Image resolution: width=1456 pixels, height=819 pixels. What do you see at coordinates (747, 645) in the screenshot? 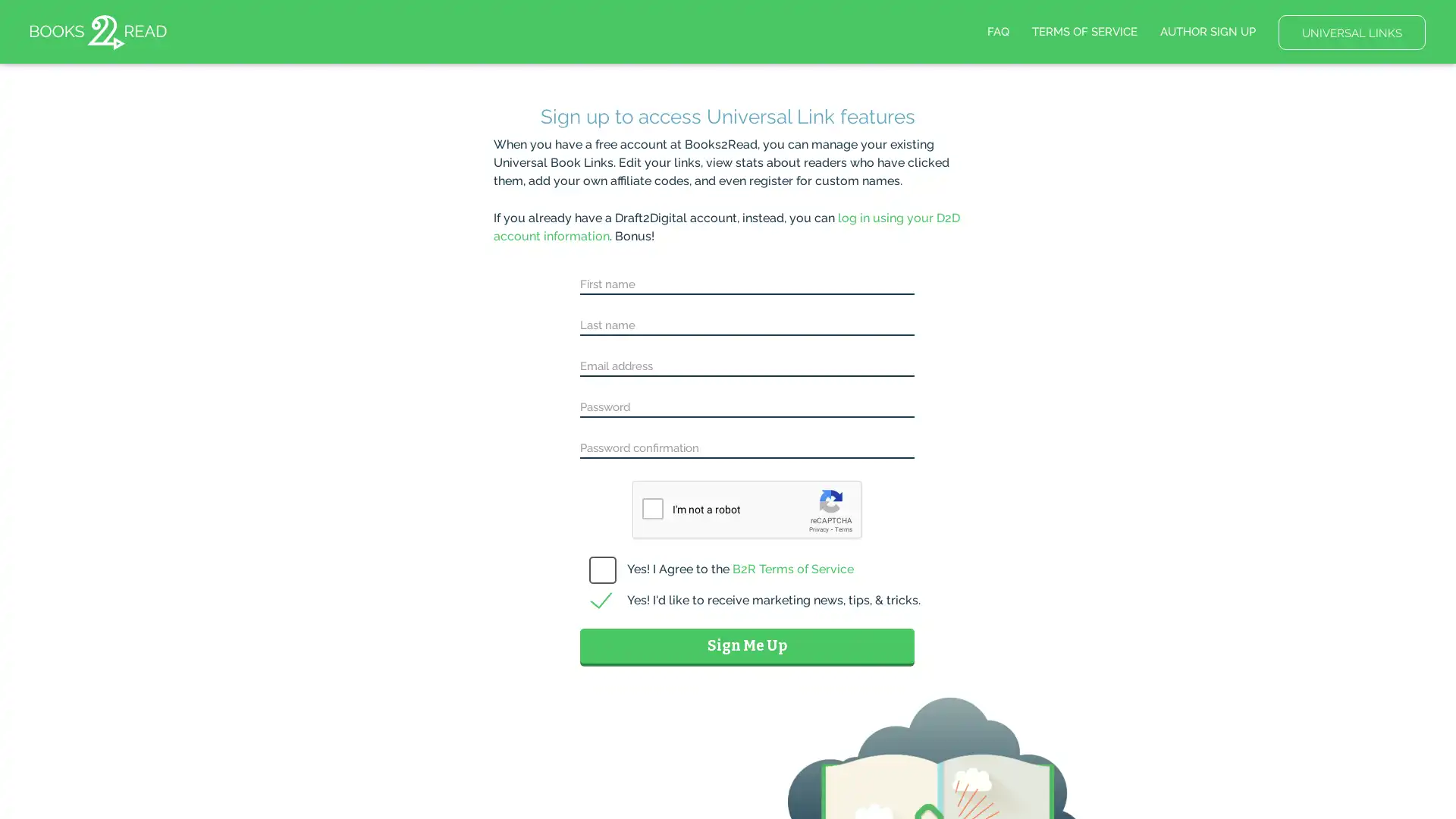
I see `Sign Me Up` at bounding box center [747, 645].